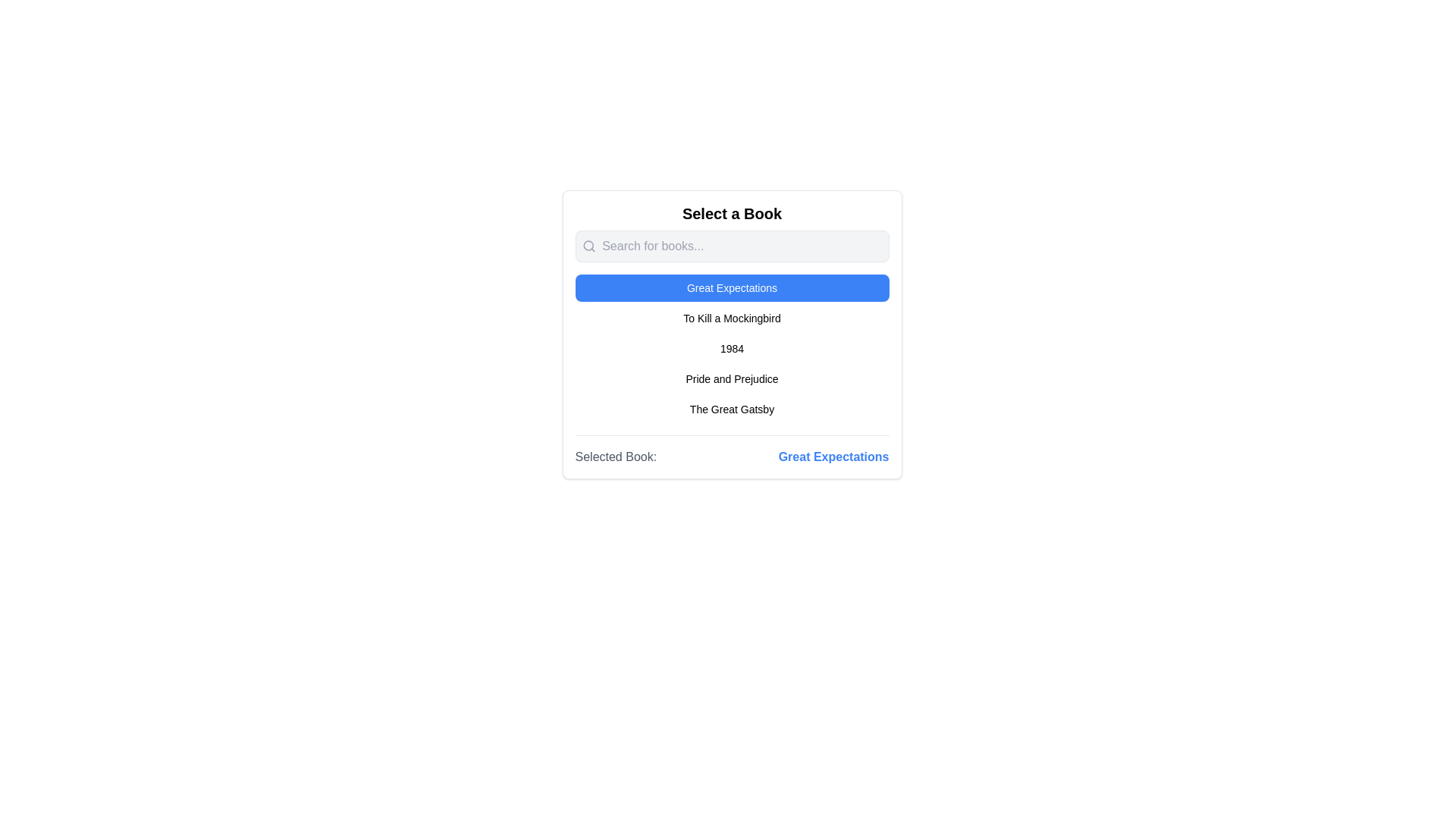  What do you see at coordinates (732, 245) in the screenshot?
I see `the search bar input field below the title 'Select a Book' to focus it` at bounding box center [732, 245].